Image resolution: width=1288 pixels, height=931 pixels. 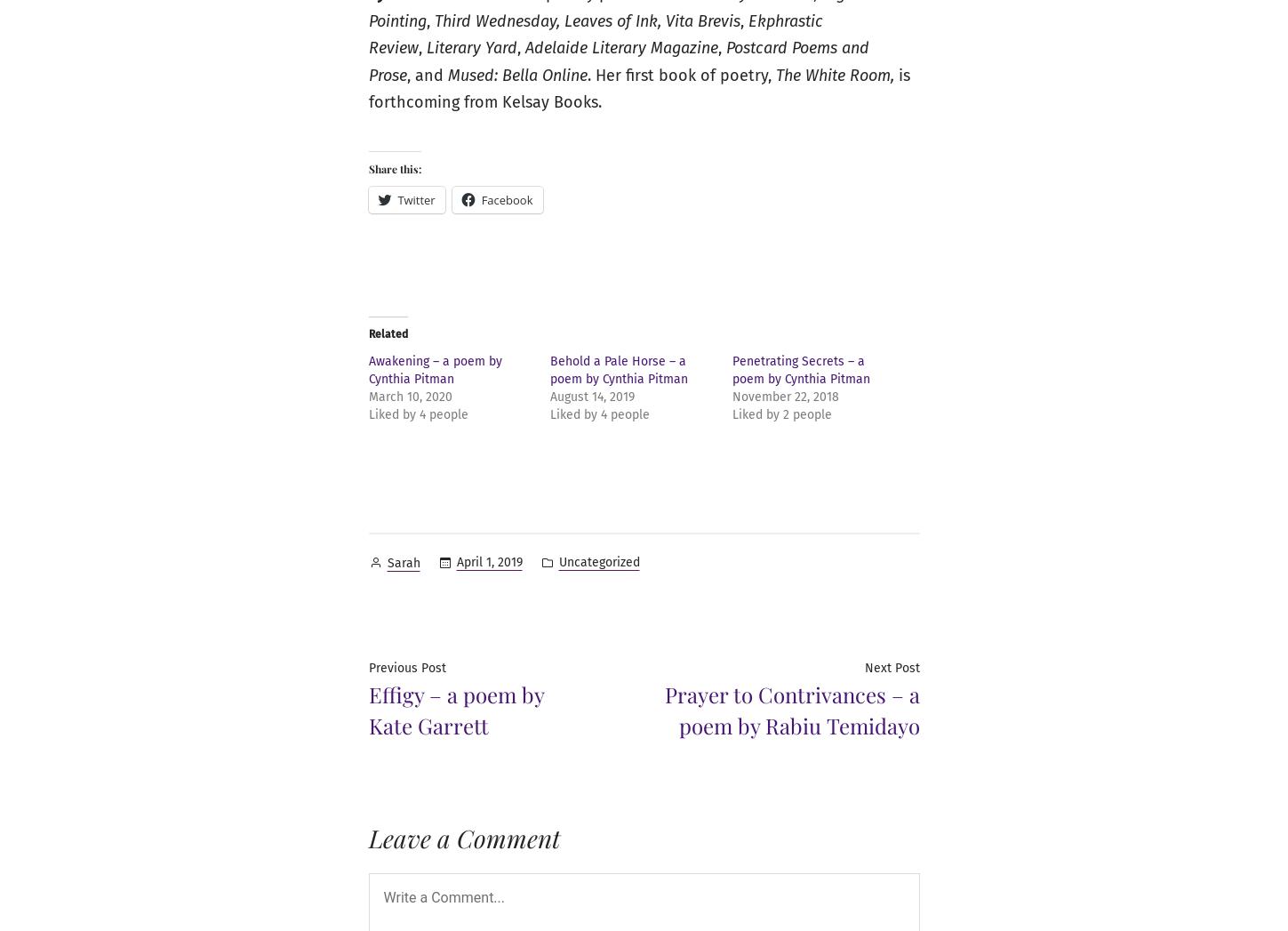 What do you see at coordinates (406, 668) in the screenshot?
I see `'Previous Post'` at bounding box center [406, 668].